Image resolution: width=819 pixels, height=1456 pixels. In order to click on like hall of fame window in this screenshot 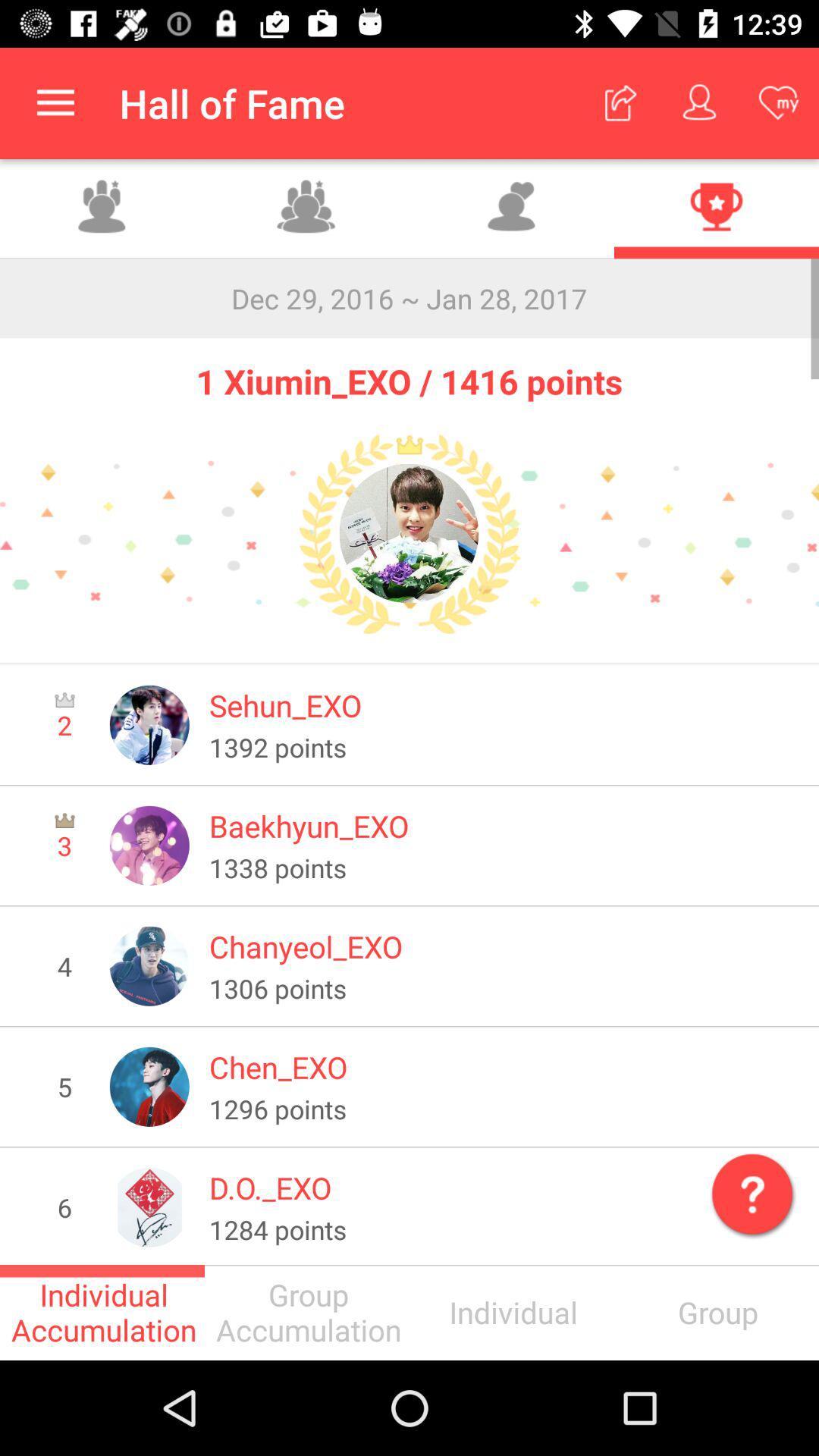, I will do `click(512, 208)`.